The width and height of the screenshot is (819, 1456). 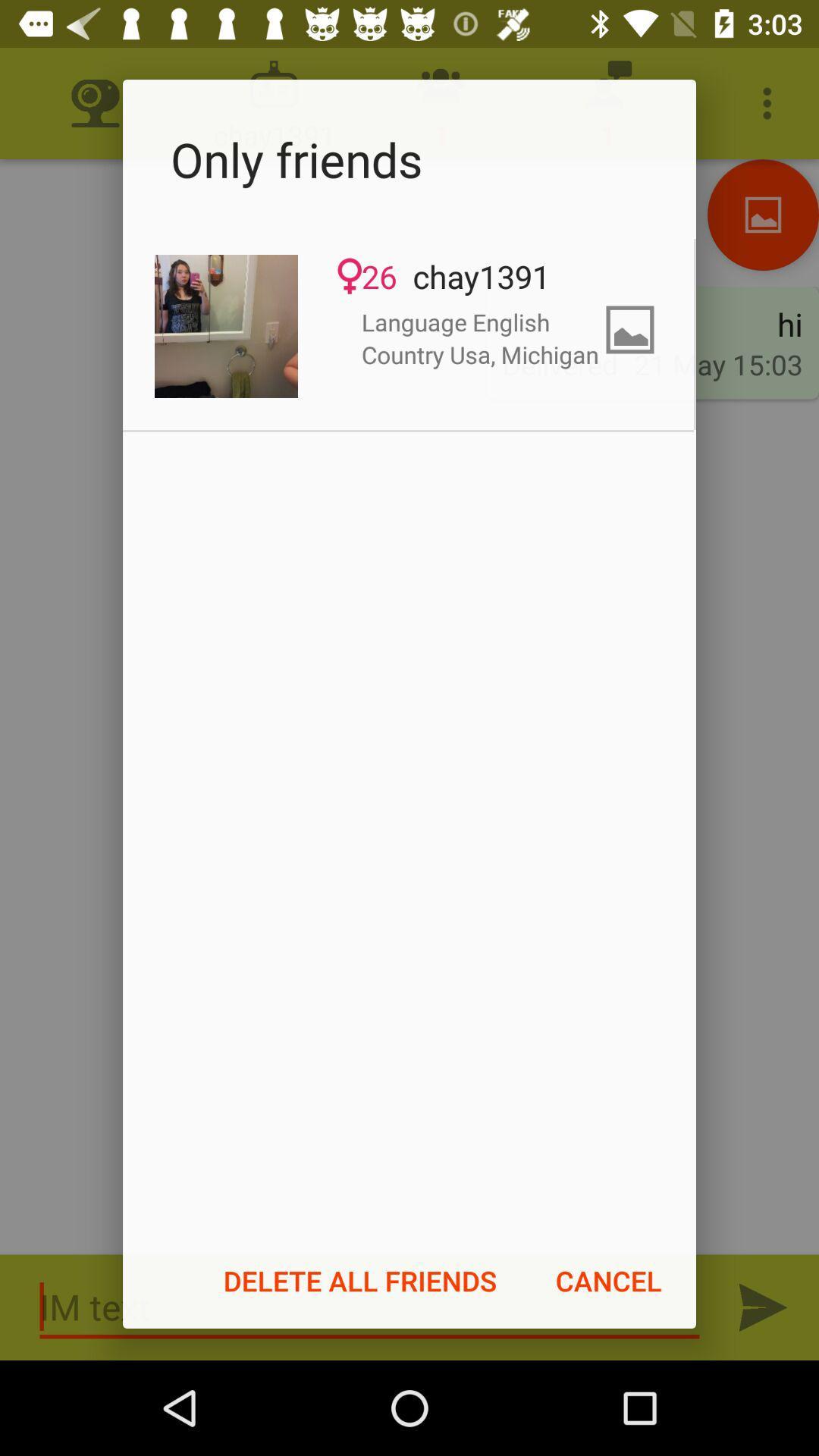 I want to click on the delete all friends icon, so click(x=360, y=1280).